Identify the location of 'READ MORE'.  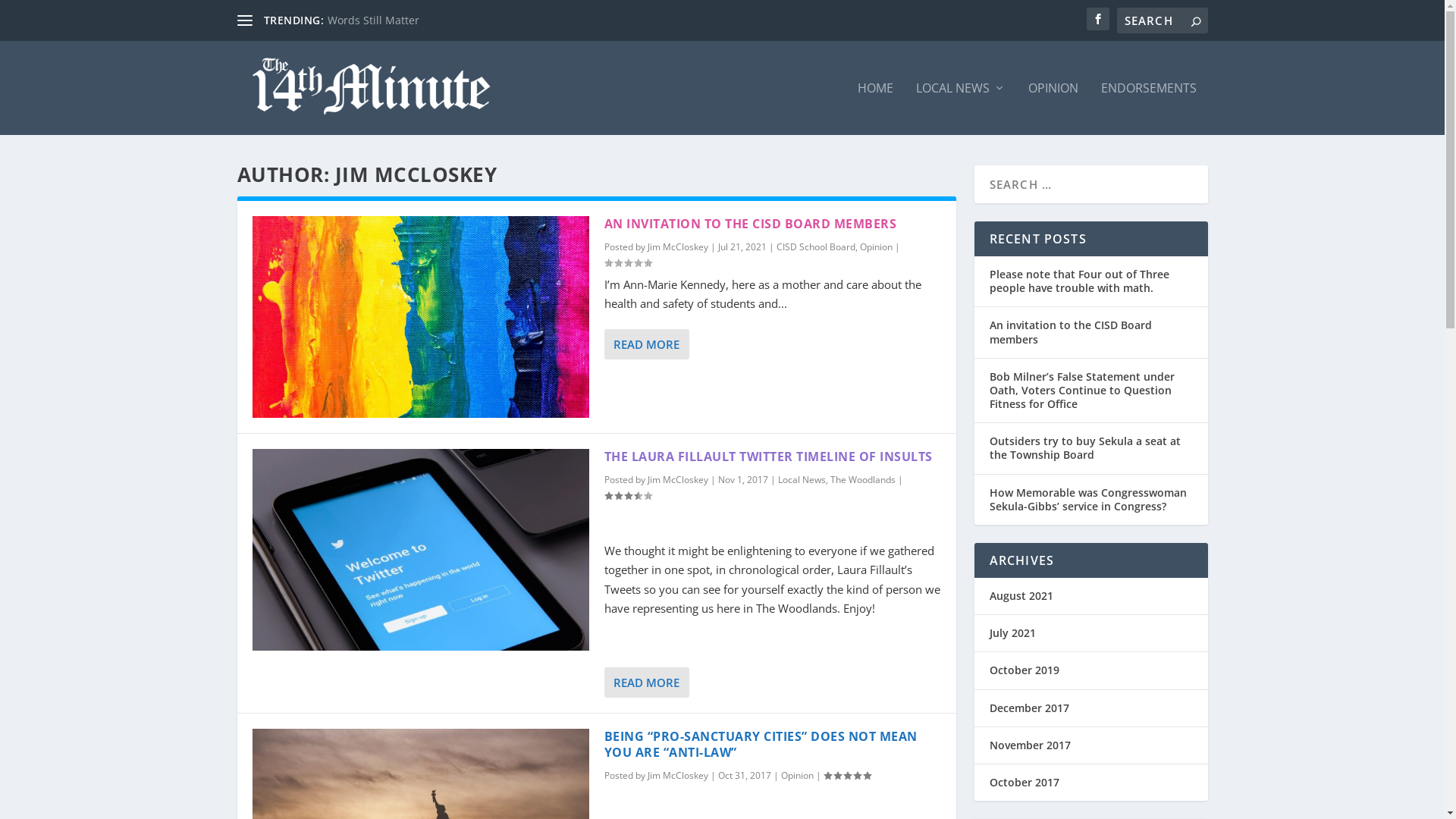
(645, 681).